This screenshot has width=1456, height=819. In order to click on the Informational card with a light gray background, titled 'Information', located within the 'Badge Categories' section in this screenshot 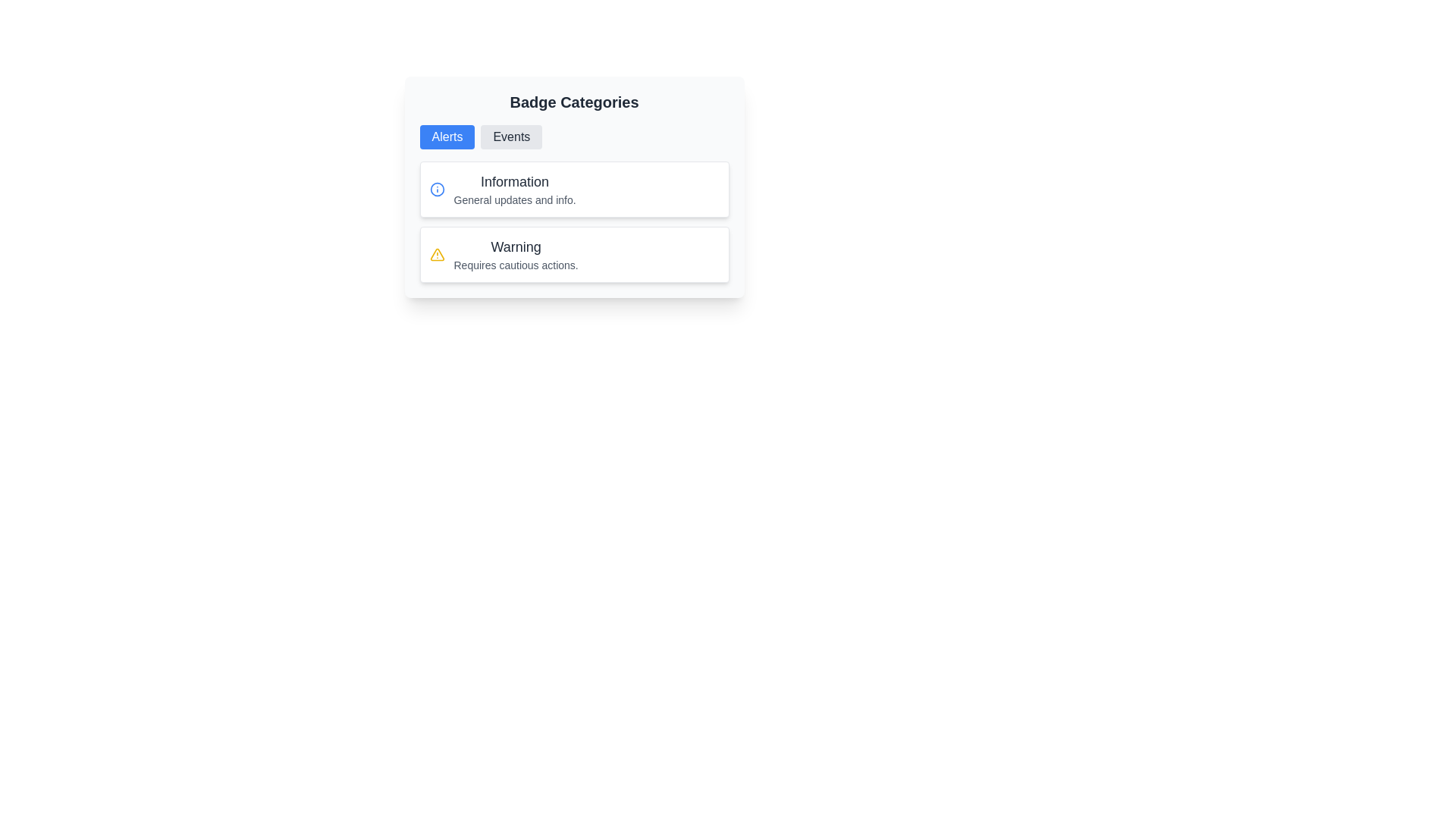, I will do `click(573, 186)`.